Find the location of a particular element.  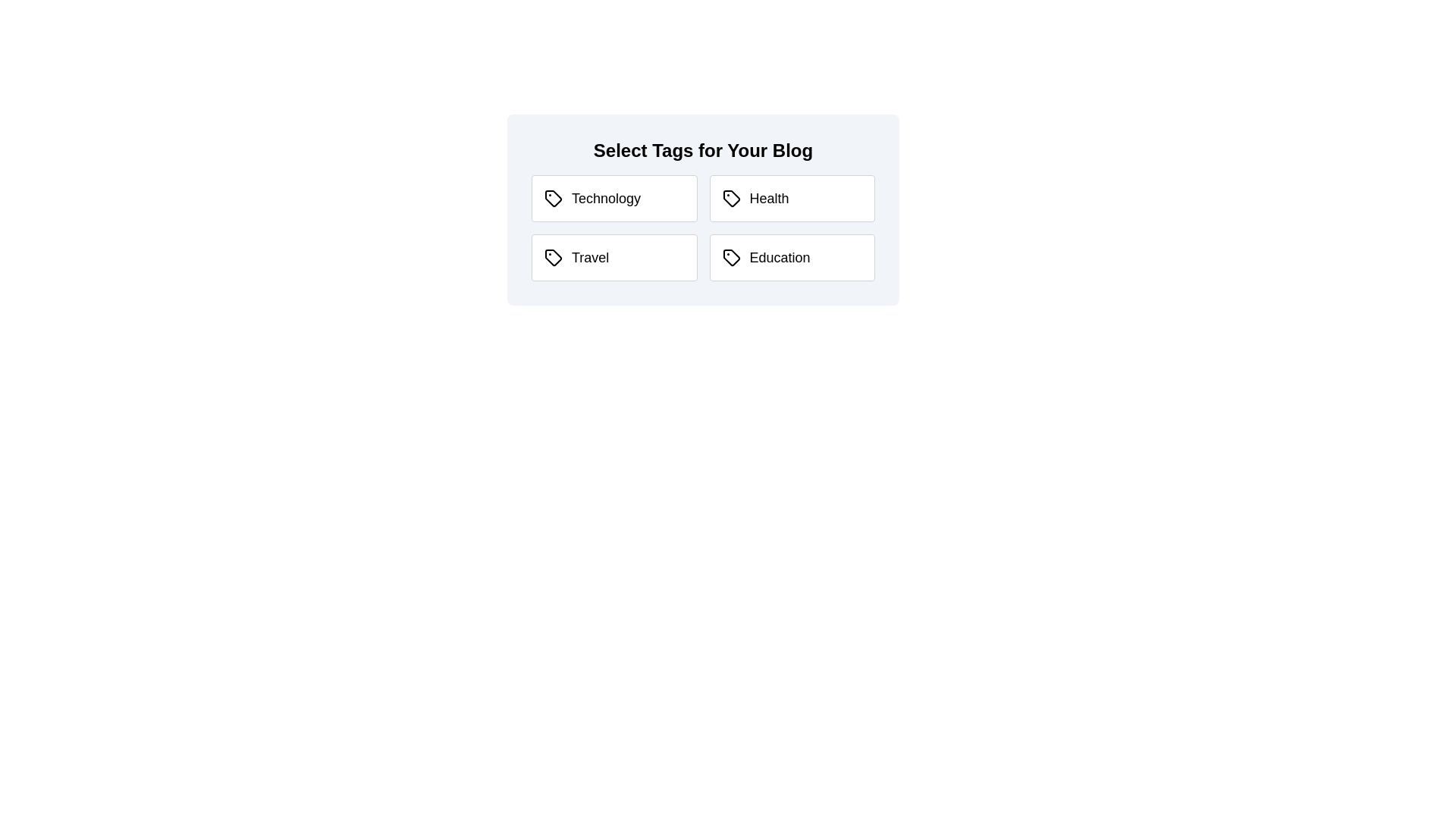

the tag labeled Education to observe the visual feedback is located at coordinates (791, 256).